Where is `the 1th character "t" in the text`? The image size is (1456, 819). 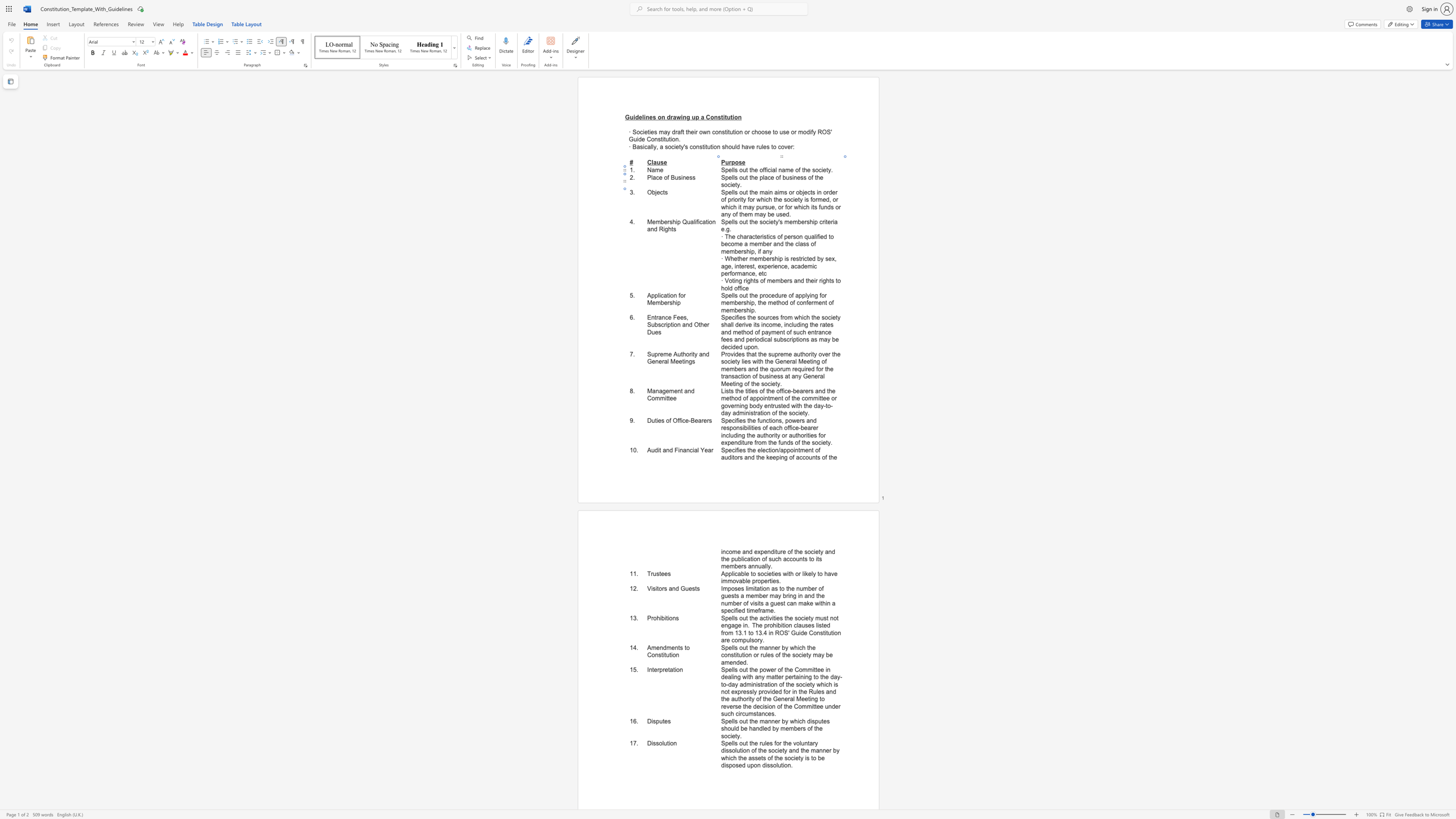 the 1th character "t" in the text is located at coordinates (746, 222).